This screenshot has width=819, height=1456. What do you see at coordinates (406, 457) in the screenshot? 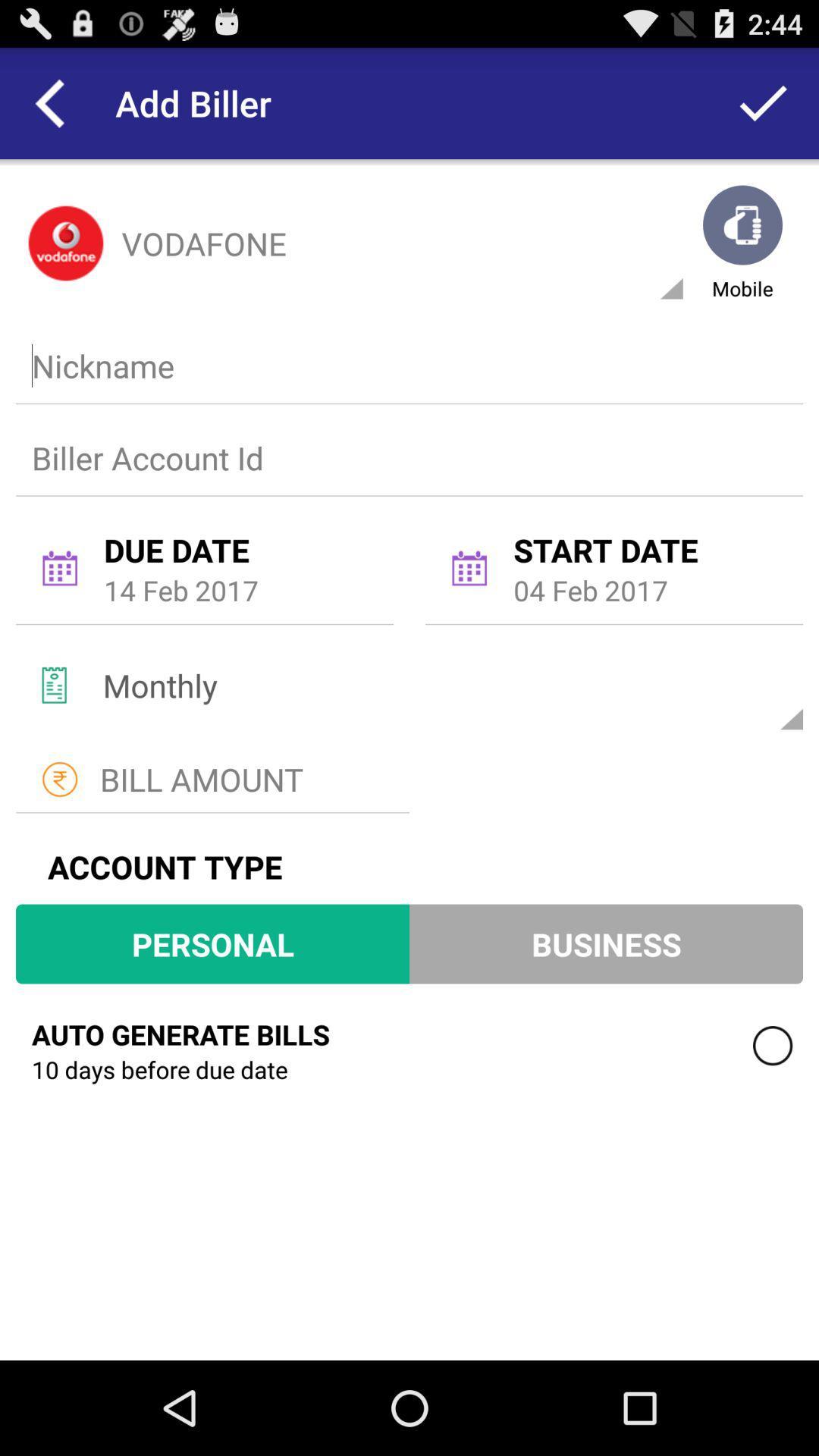
I see `biller account id` at bounding box center [406, 457].